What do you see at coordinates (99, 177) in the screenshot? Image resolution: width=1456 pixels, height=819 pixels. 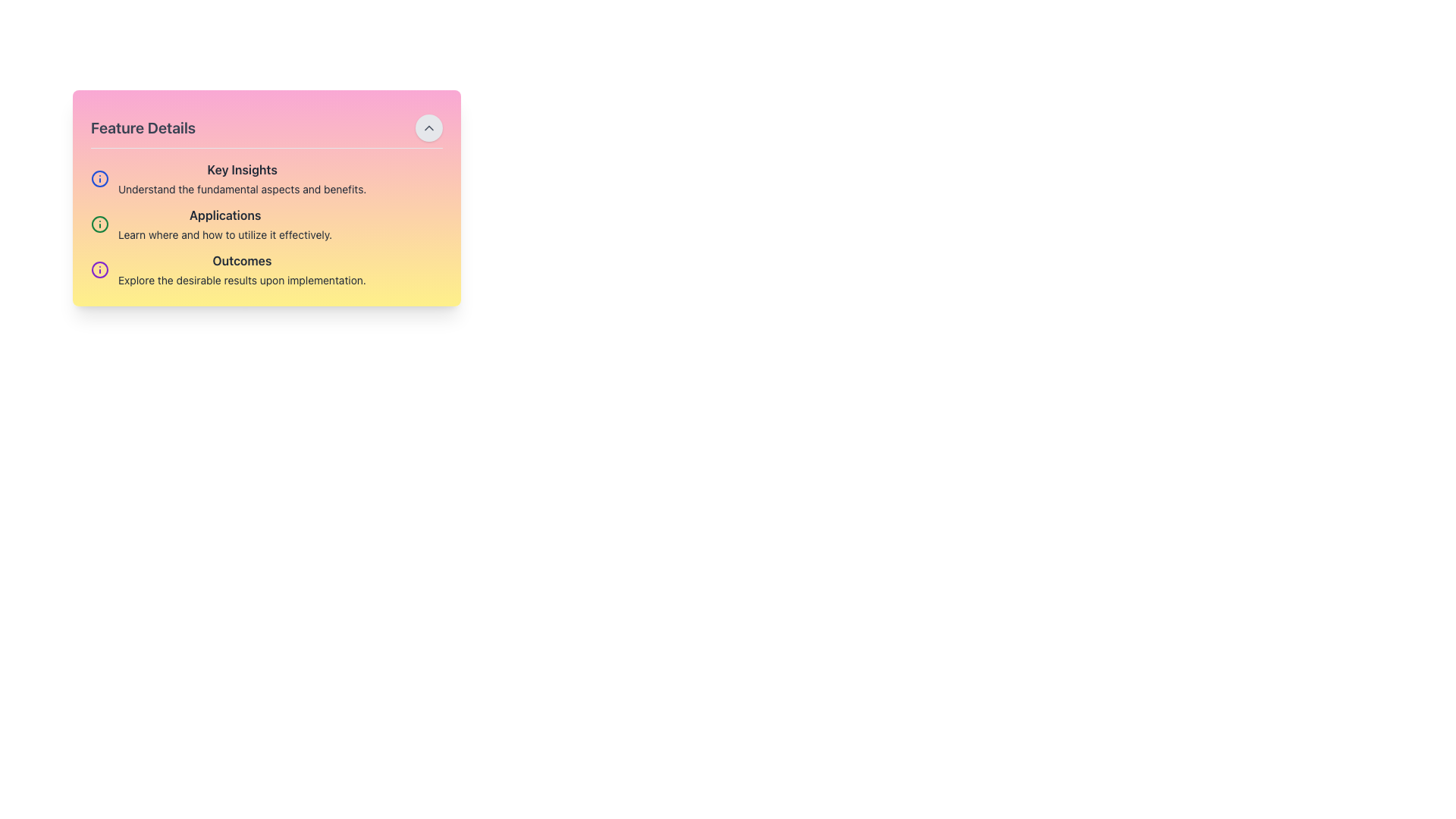 I see `the outermost circular SVG graphic with a blue outline and white center, which represents an information icon located adjacent to the 'Key Insights' heading` at bounding box center [99, 177].